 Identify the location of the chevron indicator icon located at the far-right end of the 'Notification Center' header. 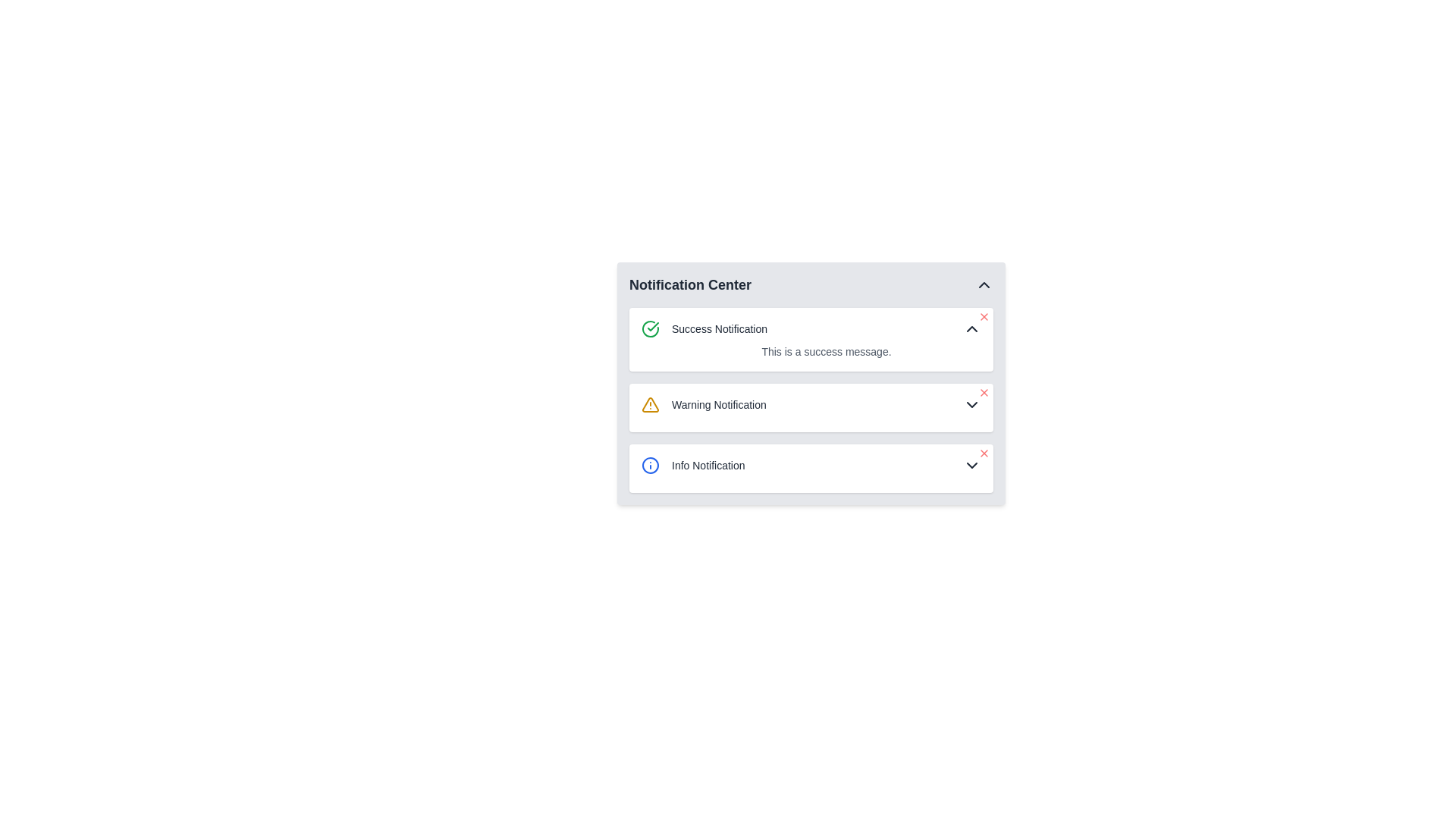
(984, 284).